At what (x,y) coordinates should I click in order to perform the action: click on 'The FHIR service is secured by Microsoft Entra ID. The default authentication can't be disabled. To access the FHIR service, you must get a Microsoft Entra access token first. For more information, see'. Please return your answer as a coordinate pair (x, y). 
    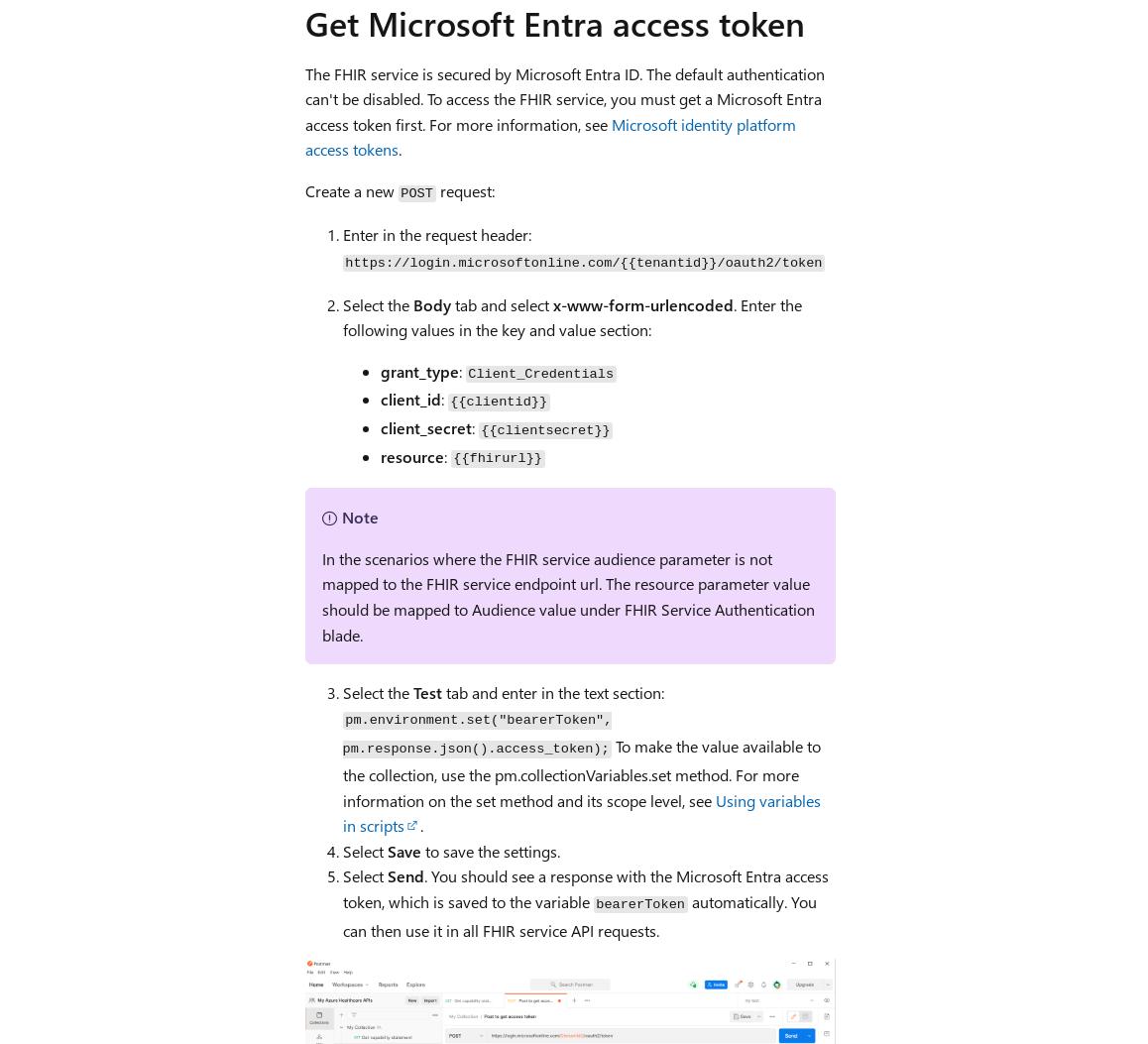
    Looking at the image, I should click on (564, 97).